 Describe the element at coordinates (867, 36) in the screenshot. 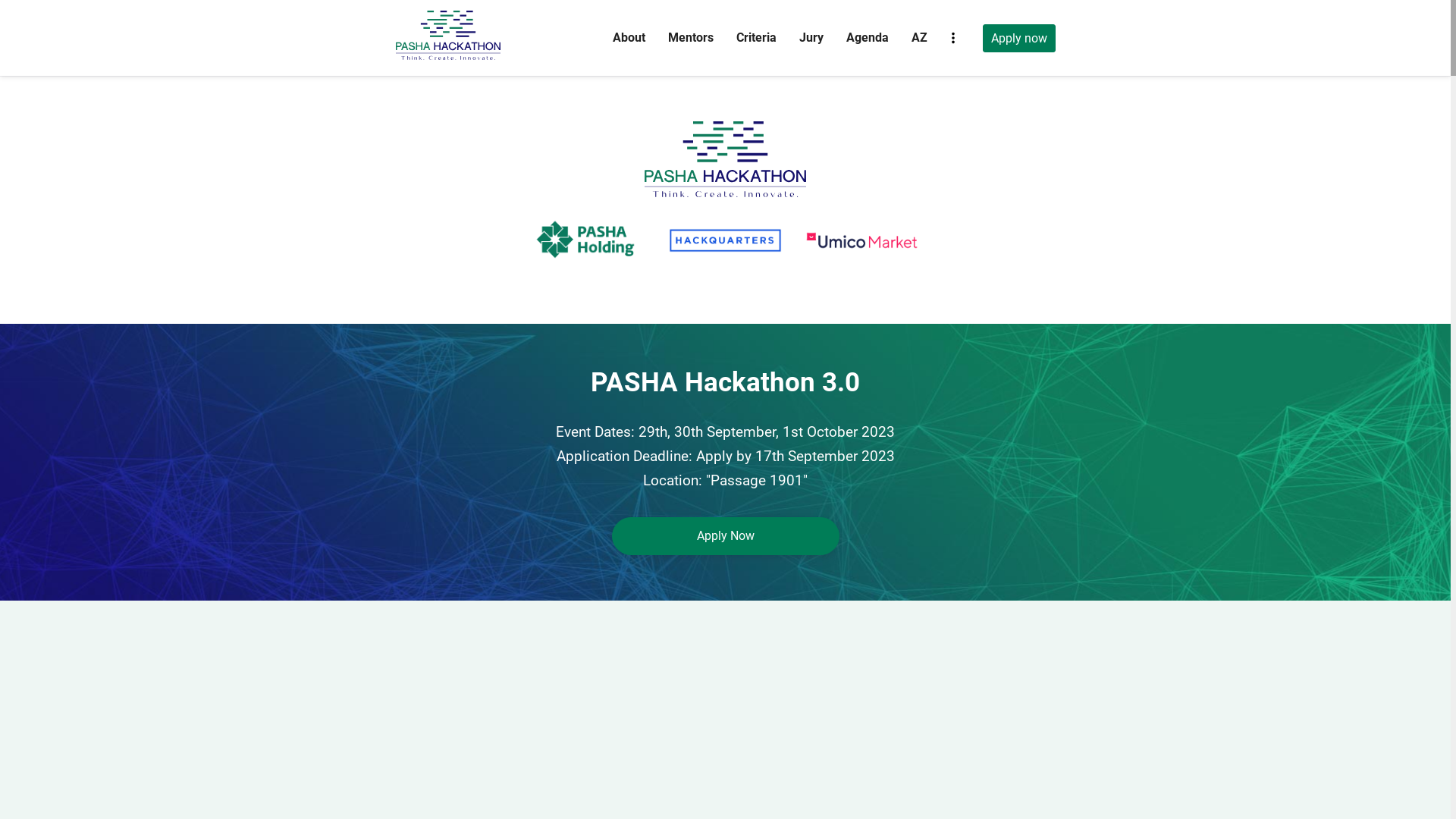

I see `'Agenda'` at that location.